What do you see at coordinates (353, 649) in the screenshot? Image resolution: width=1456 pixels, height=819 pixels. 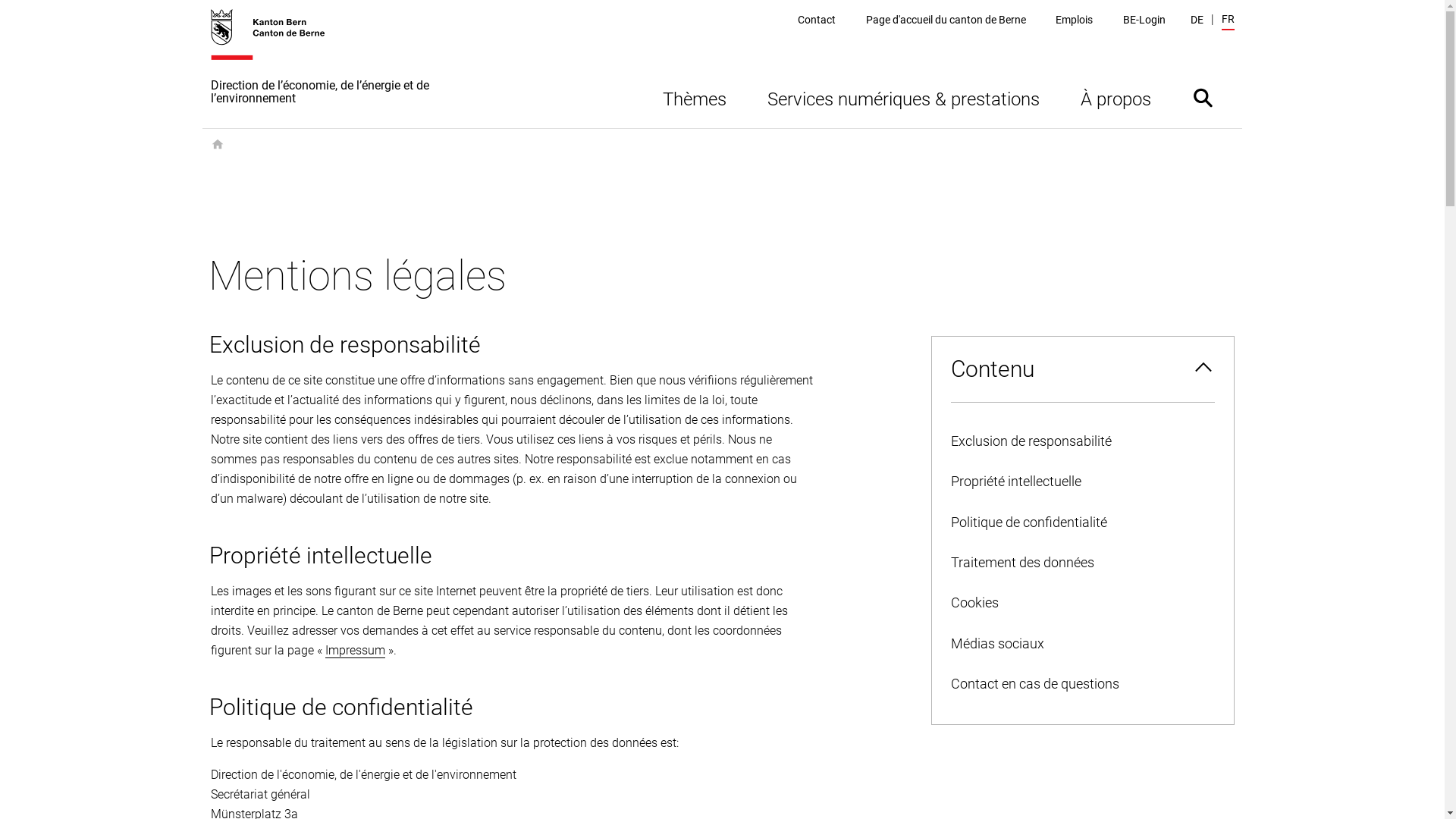 I see `'Impressum'` at bounding box center [353, 649].